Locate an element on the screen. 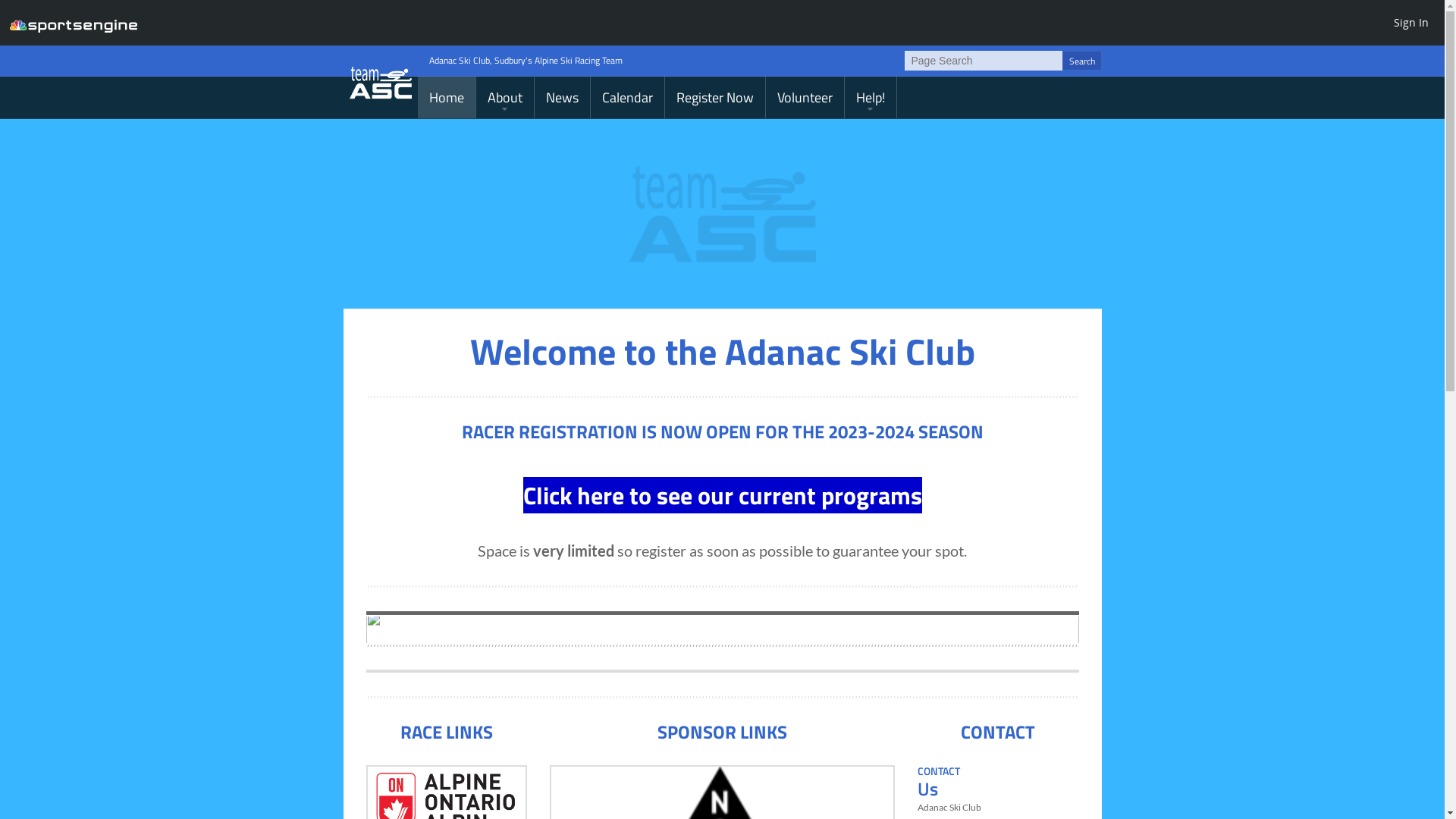  'About' is located at coordinates (505, 97).